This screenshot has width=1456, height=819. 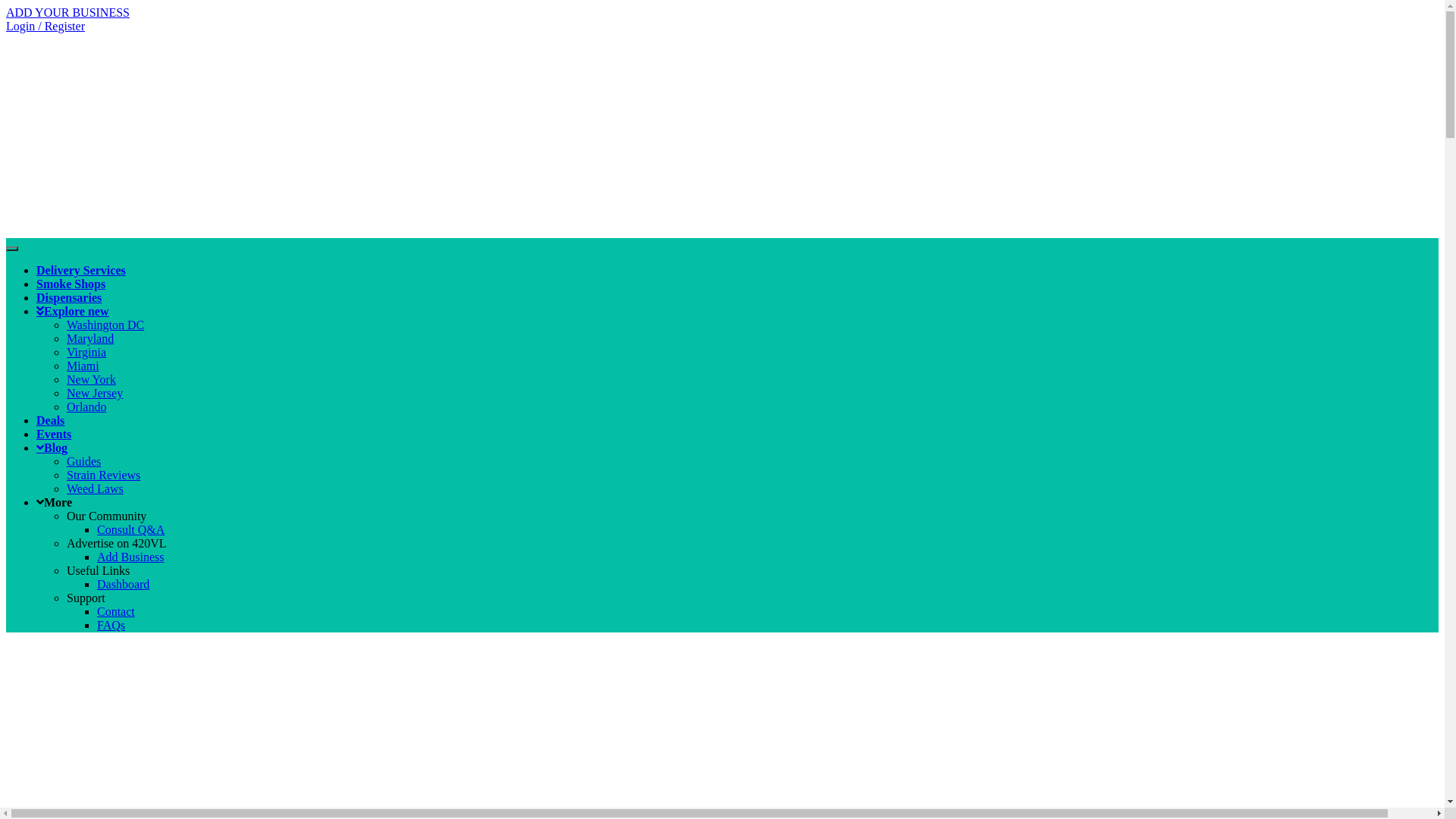 I want to click on 'Deals', so click(x=50, y=420).